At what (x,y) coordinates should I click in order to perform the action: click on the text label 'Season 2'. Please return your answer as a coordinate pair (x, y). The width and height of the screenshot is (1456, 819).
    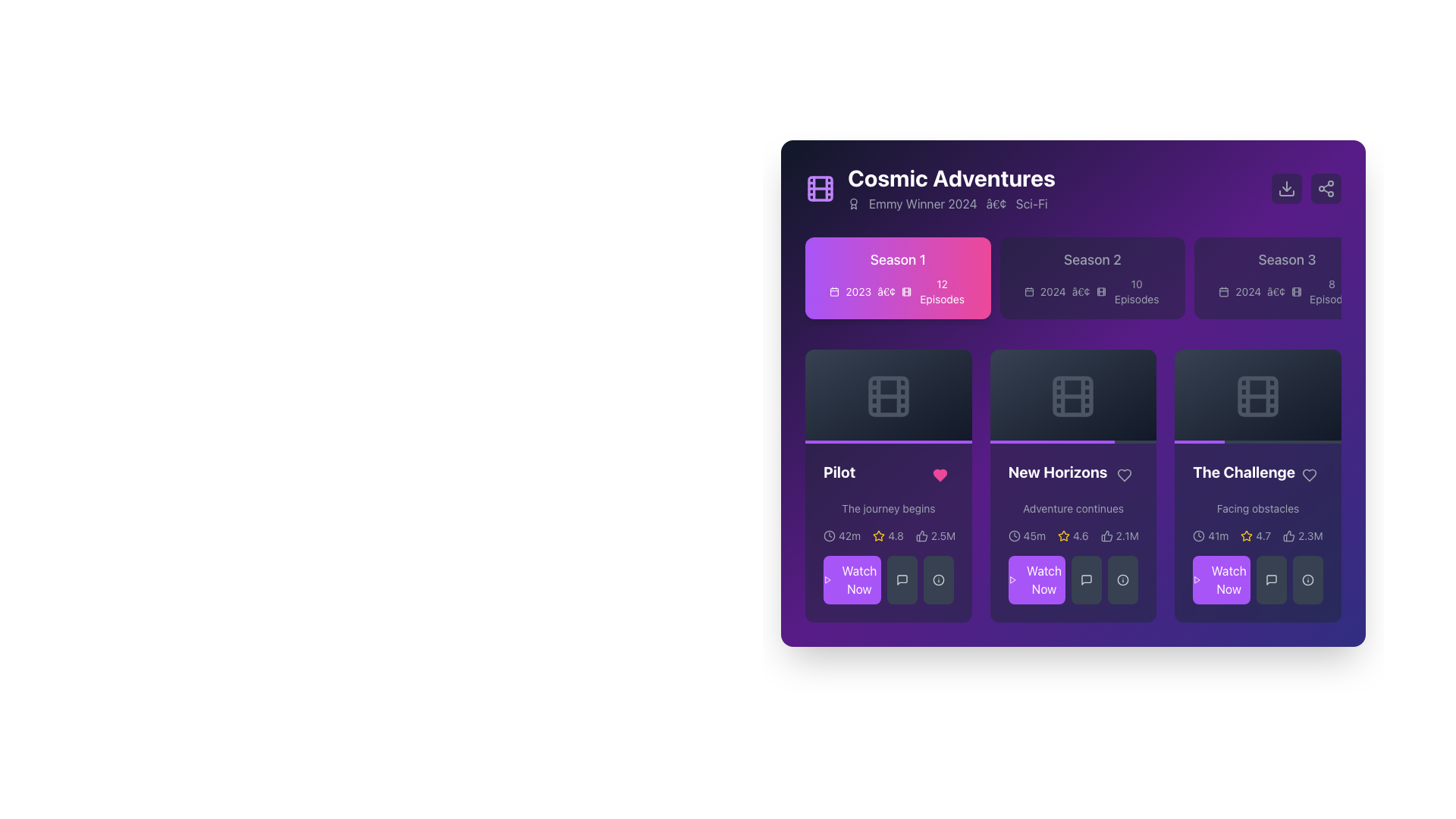
    Looking at the image, I should click on (1092, 259).